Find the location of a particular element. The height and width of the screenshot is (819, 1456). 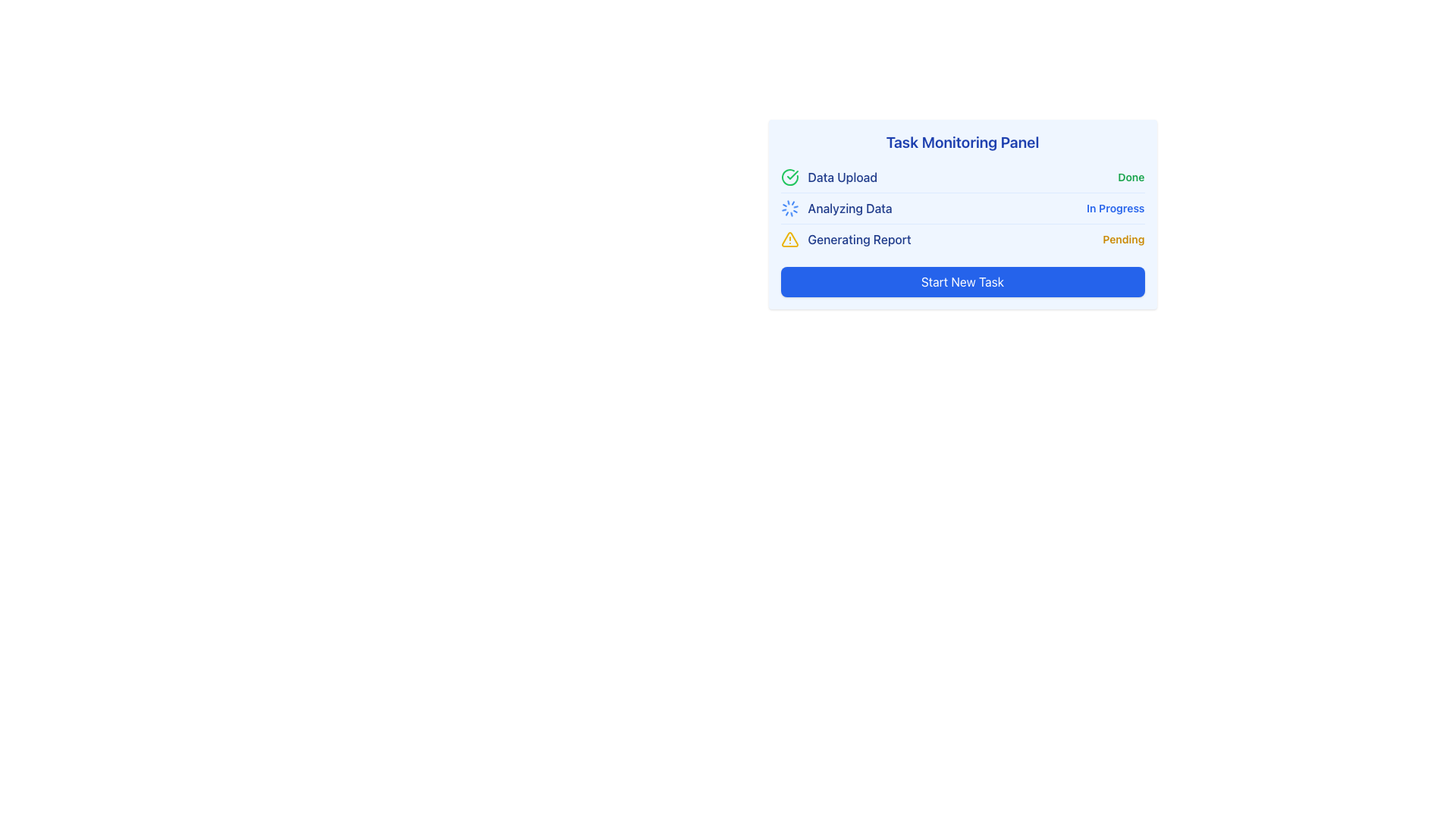

the Text Label displaying the status 'Generating Report' in the Task Monitoring Panel to indicate that the task is pending is located at coordinates (1124, 239).